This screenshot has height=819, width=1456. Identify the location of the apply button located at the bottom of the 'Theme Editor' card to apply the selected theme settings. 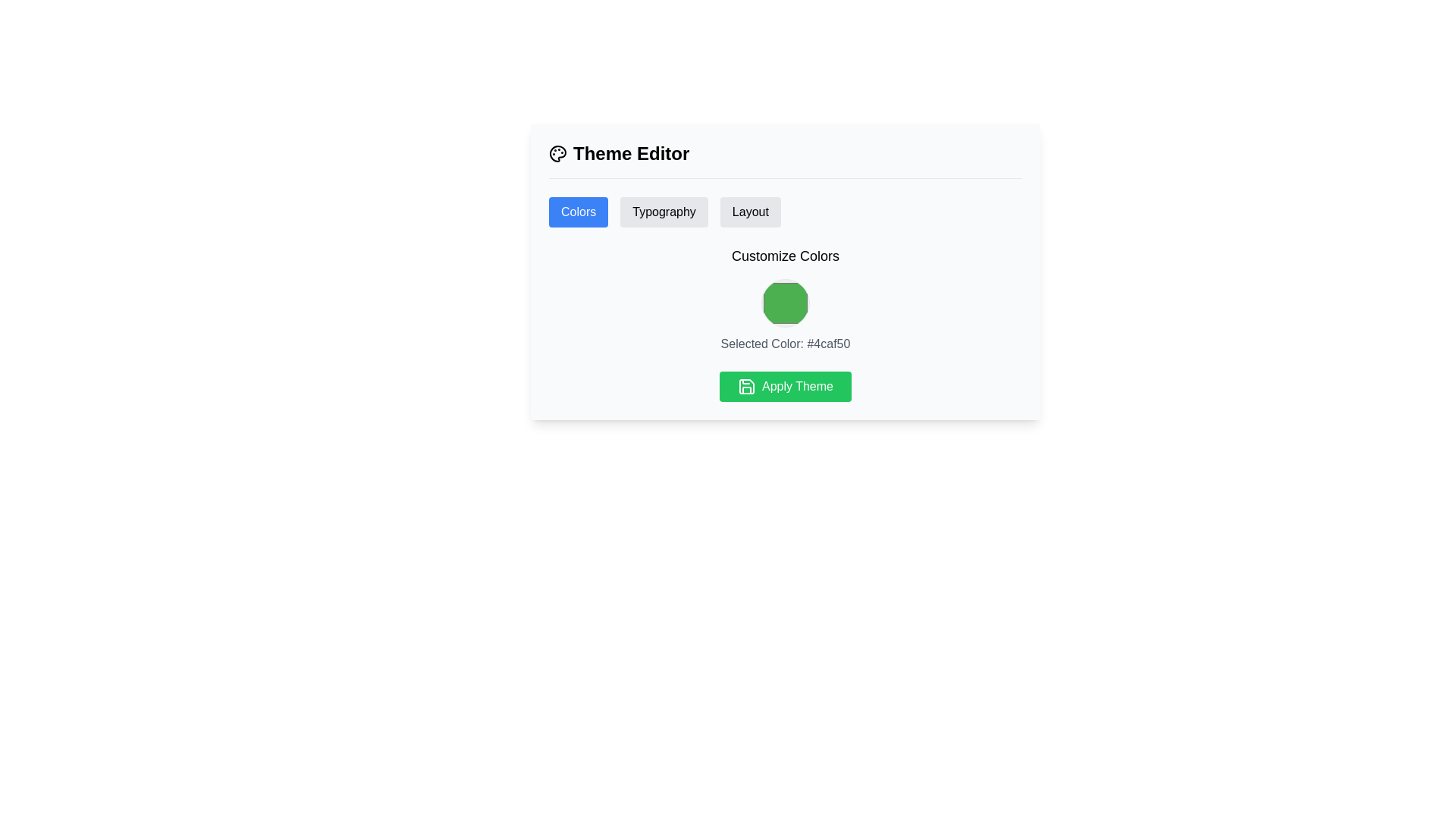
(786, 385).